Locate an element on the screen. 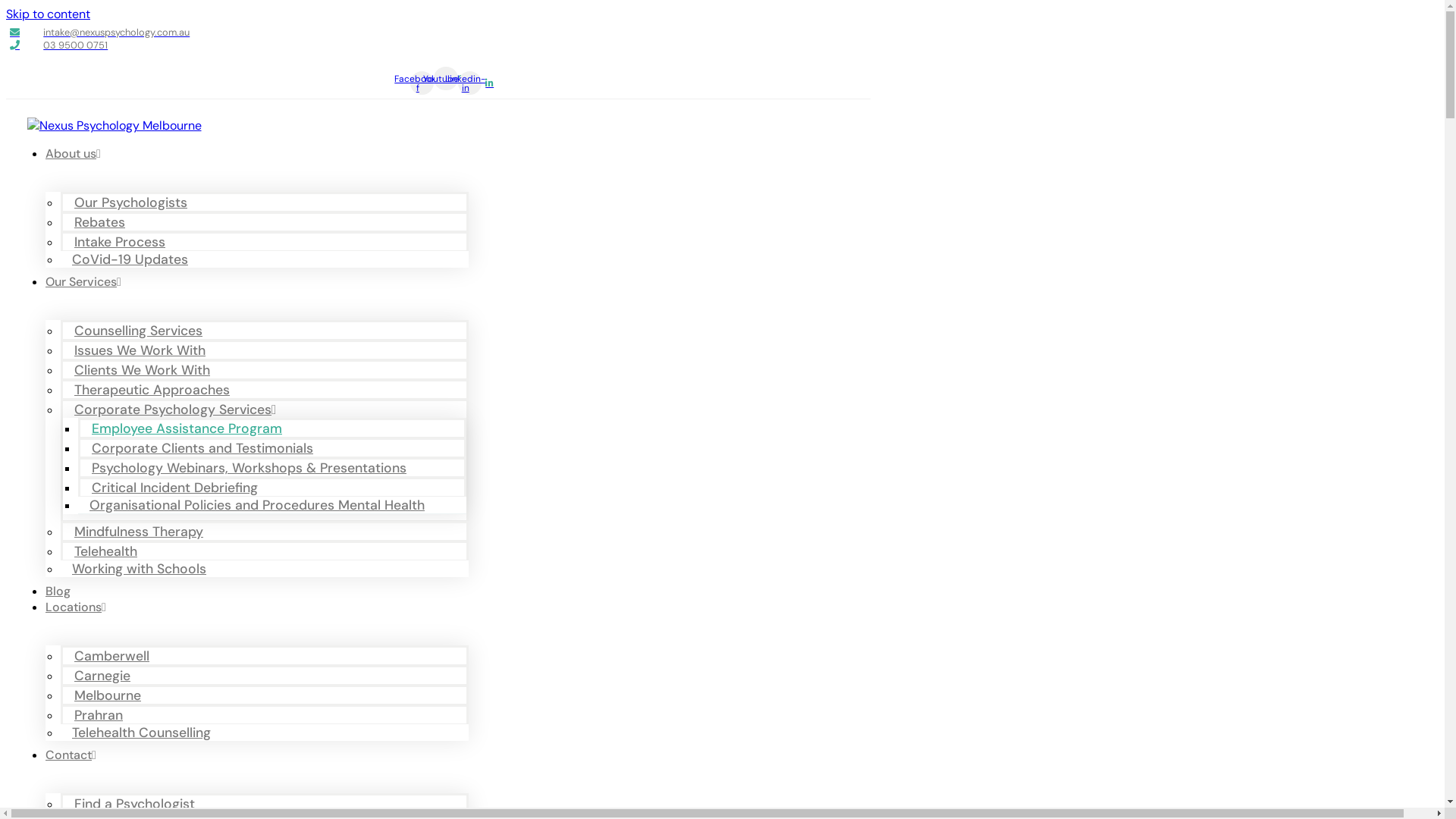  'Skip to content' is located at coordinates (48, 14).